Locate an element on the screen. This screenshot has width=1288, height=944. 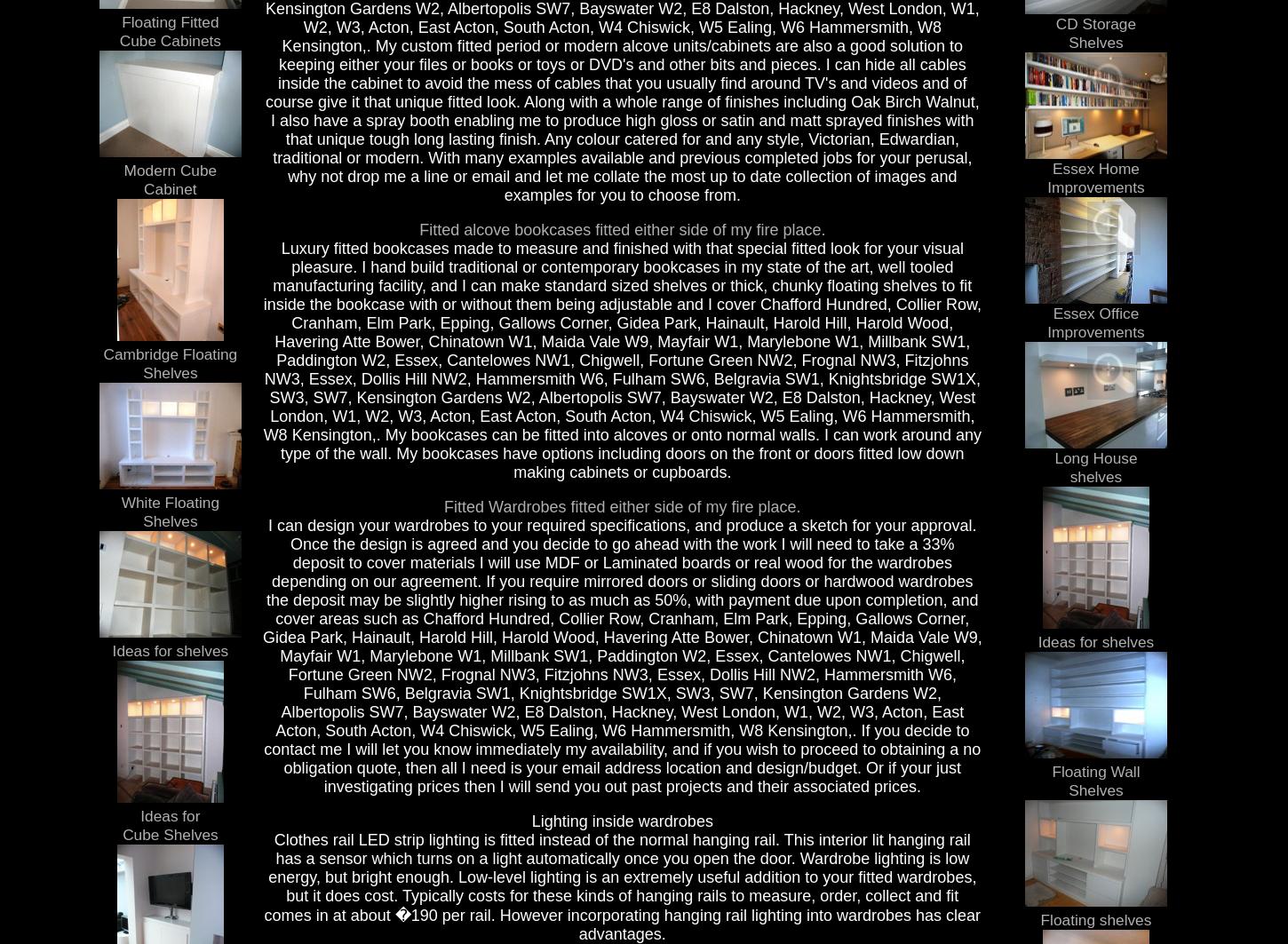
'Fitted Wardrobes fitted either side of my fire place.' is located at coordinates (443, 504).